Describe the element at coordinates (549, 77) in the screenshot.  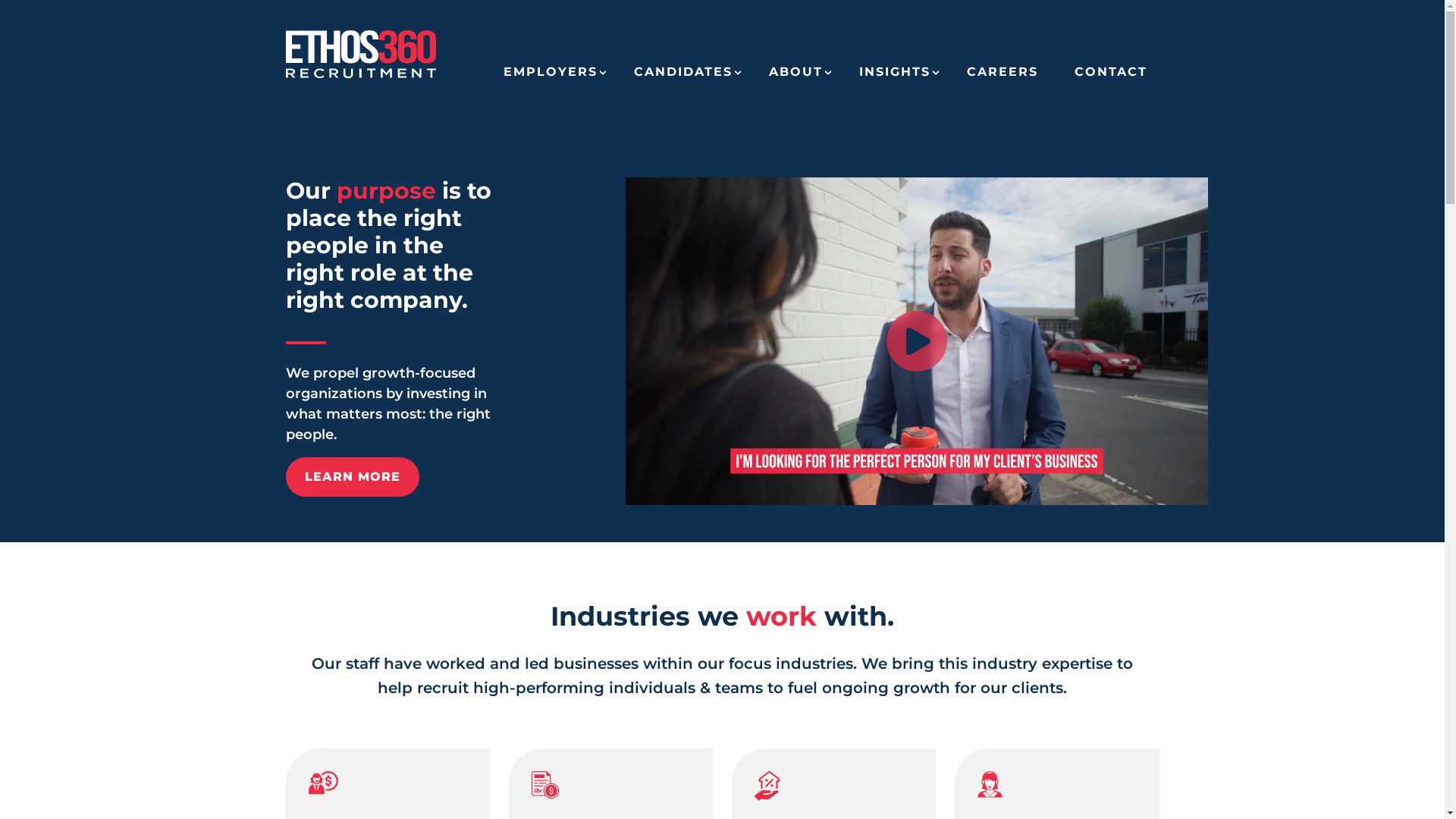
I see `'EMPLOYERS'` at that location.